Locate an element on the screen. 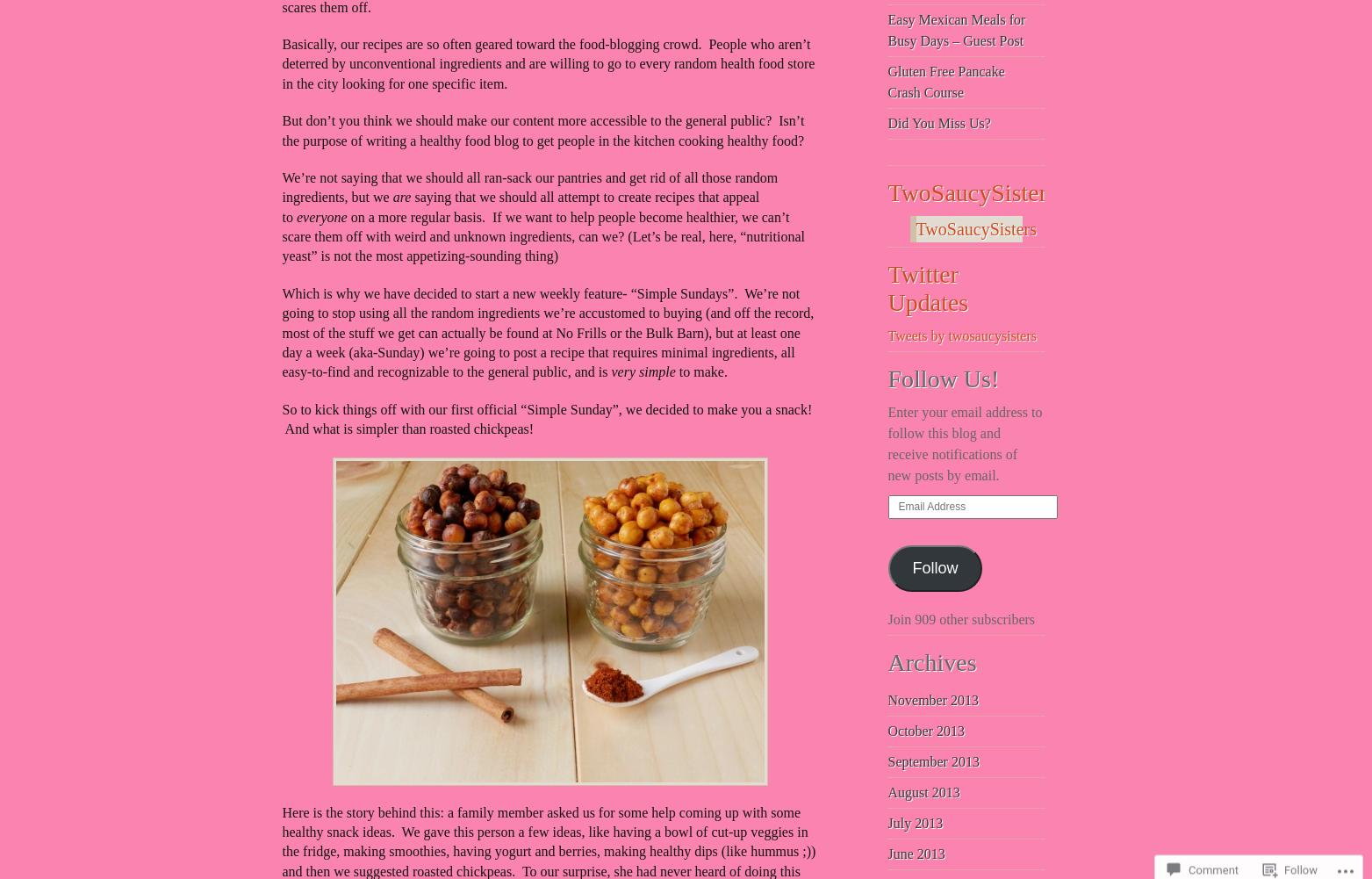  'Basically, our recipes are so often geared toward the food-blogging crowd.  People who aren’t deterred by unconventional ingredients and are willing to go to every random health food store in the city looking for one specific item.' is located at coordinates (547, 62).